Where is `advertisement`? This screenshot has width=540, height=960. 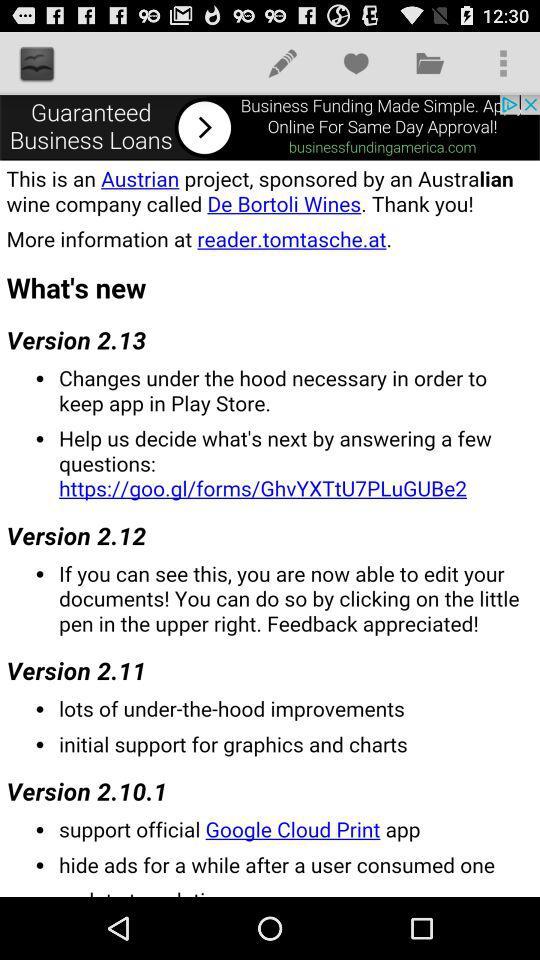
advertisement is located at coordinates (270, 126).